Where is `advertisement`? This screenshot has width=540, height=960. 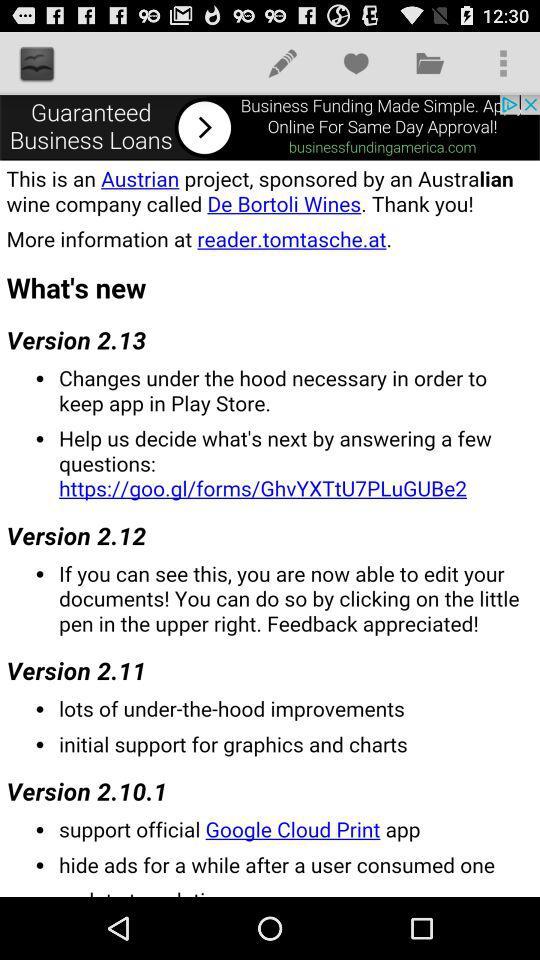
advertisement is located at coordinates (270, 126).